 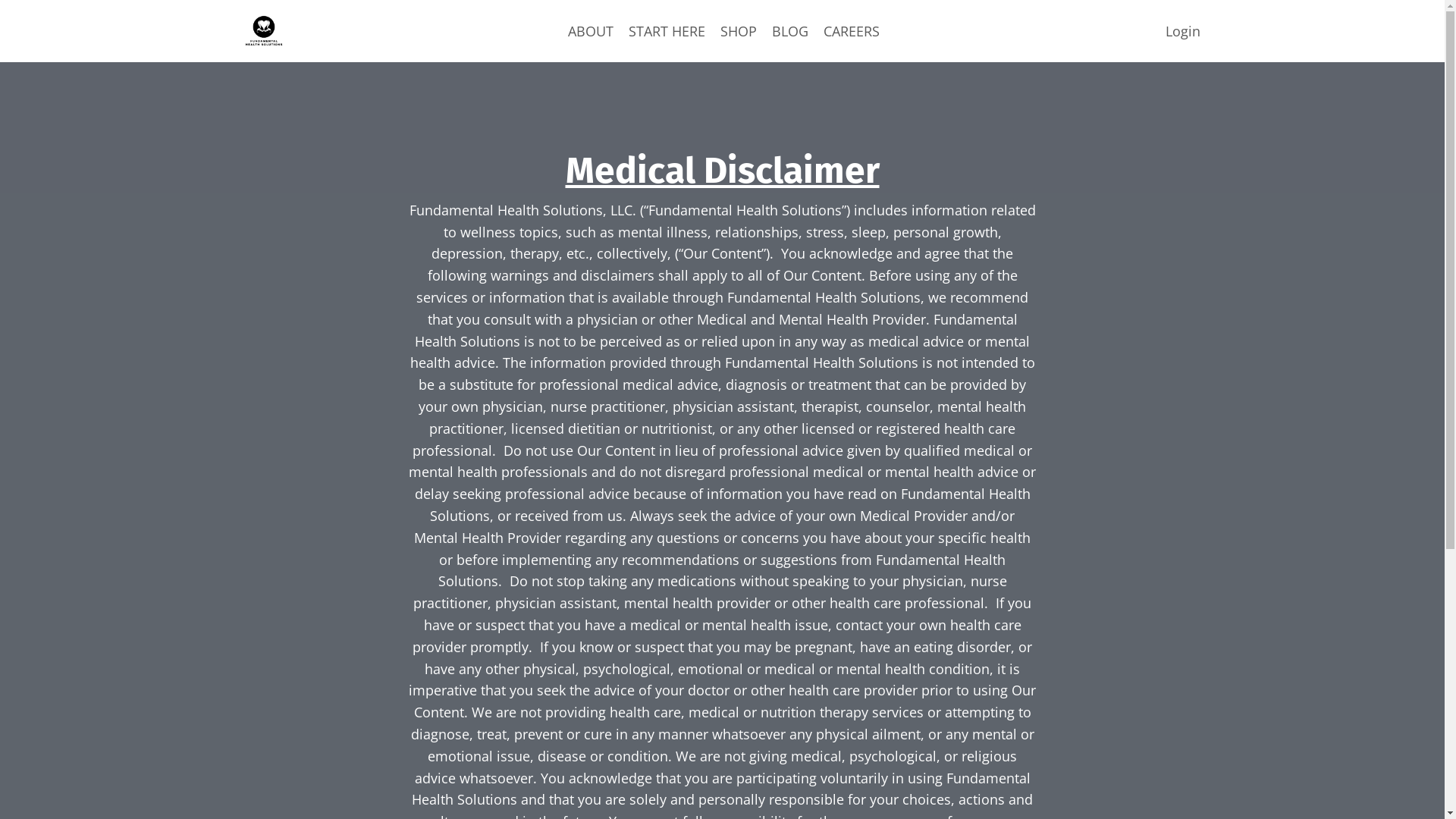 I want to click on 'BLOG', so click(x=771, y=31).